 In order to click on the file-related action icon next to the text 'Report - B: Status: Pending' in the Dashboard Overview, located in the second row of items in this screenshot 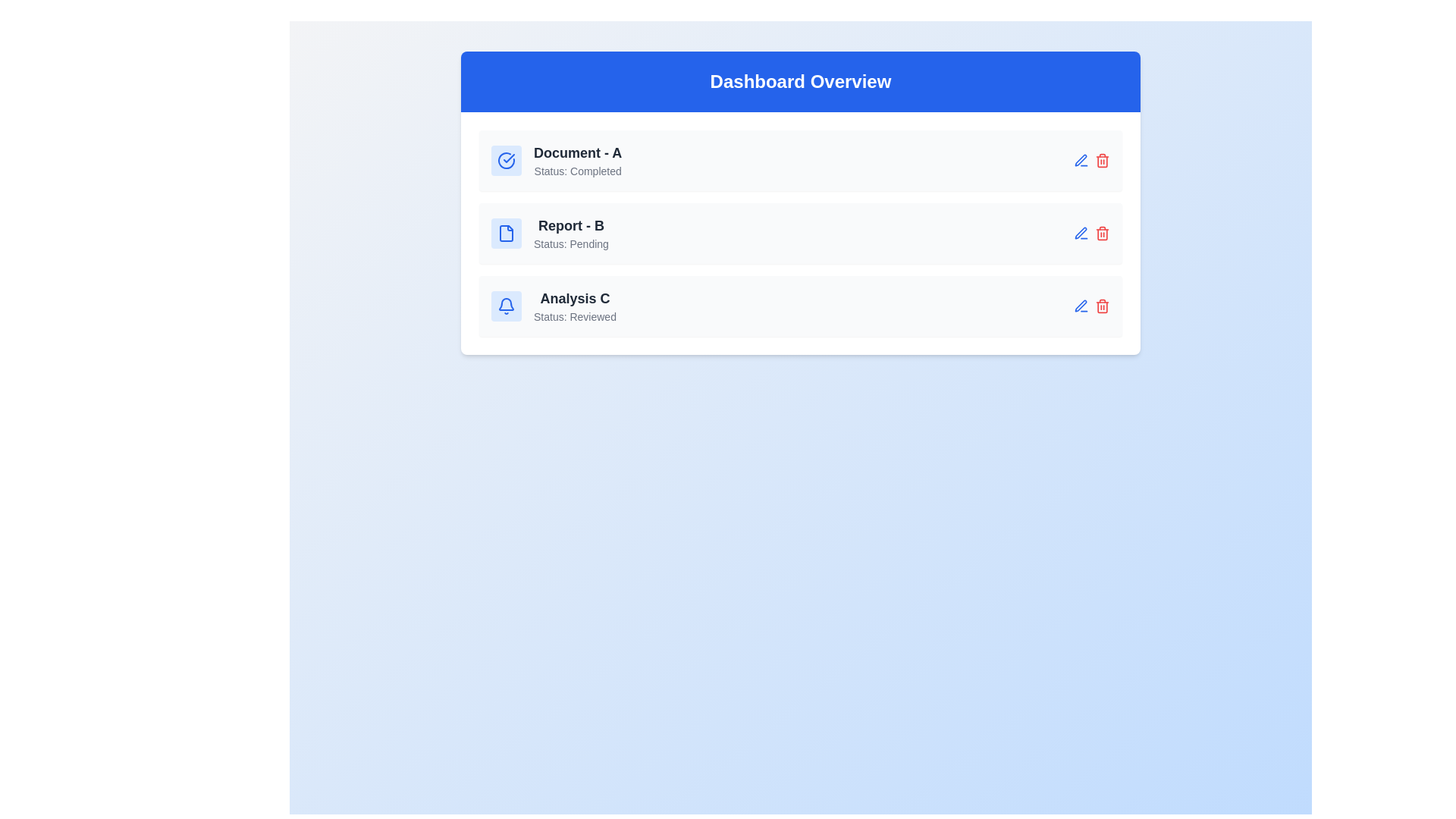, I will do `click(506, 234)`.